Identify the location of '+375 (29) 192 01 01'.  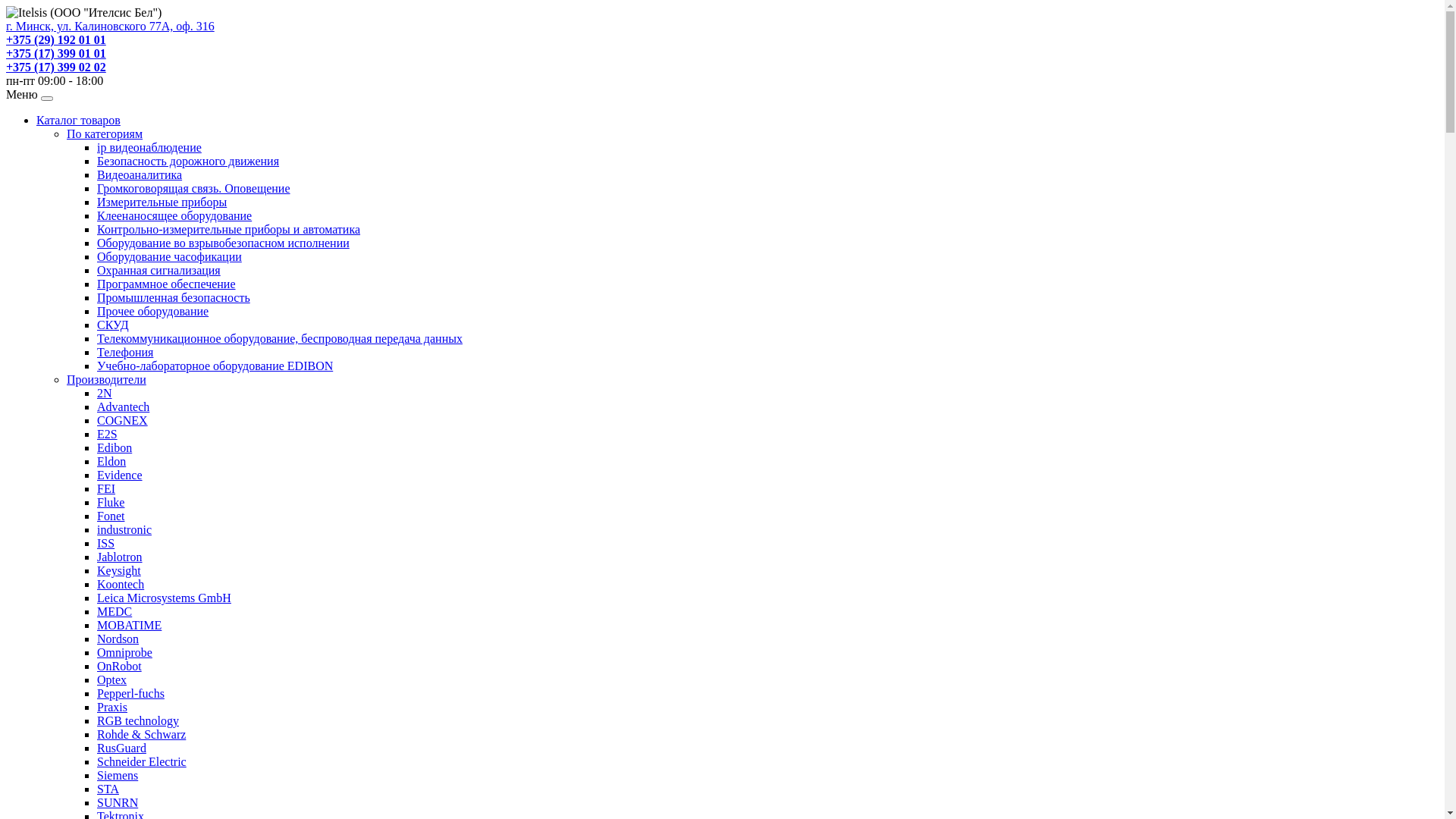
(6, 39).